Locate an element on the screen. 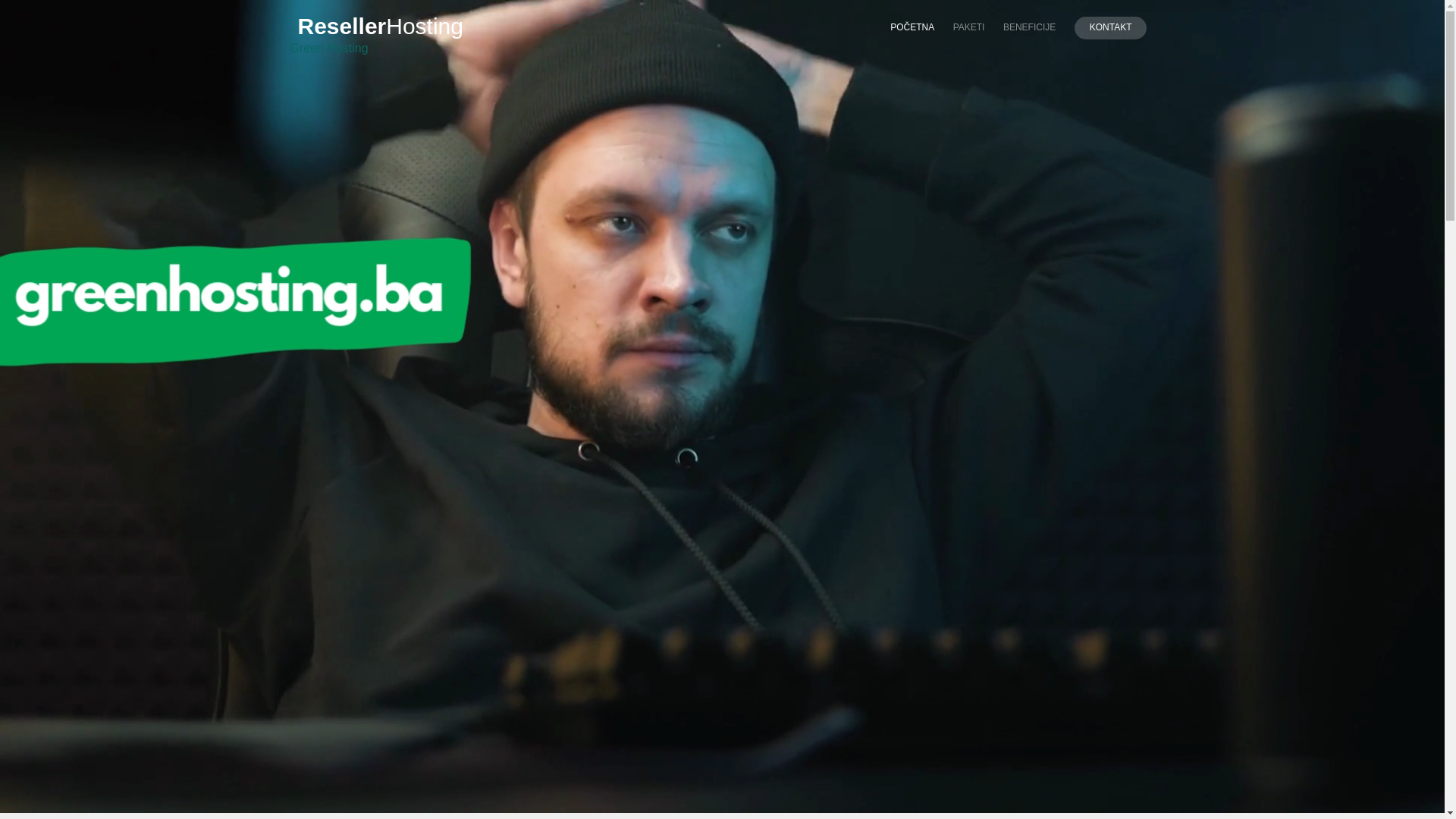 The width and height of the screenshot is (1456, 819). 'ResellerHosting' is located at coordinates (290, 26).